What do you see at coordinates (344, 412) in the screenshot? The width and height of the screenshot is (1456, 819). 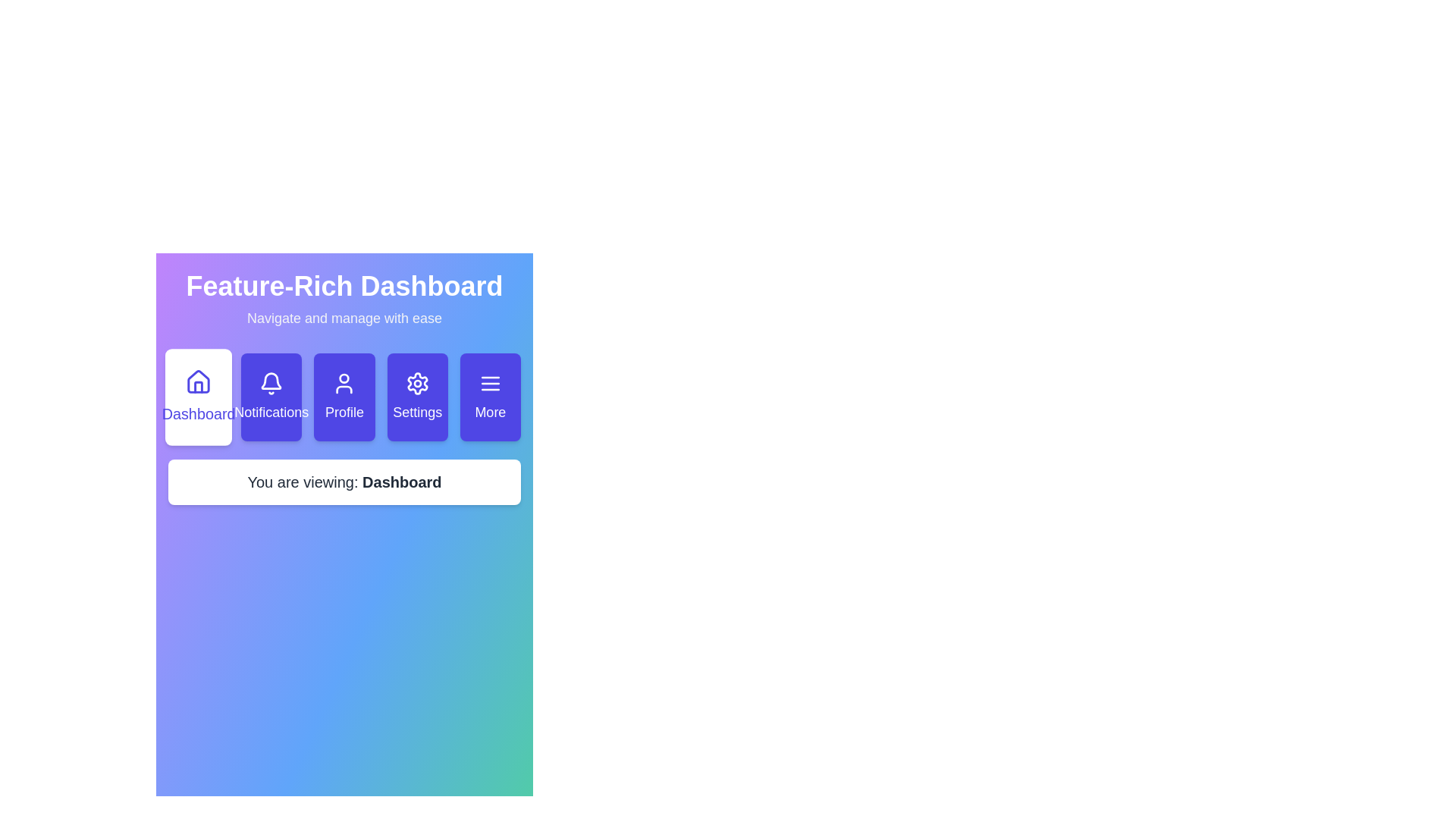 I see `the label in the middle of the navigation bar` at bounding box center [344, 412].